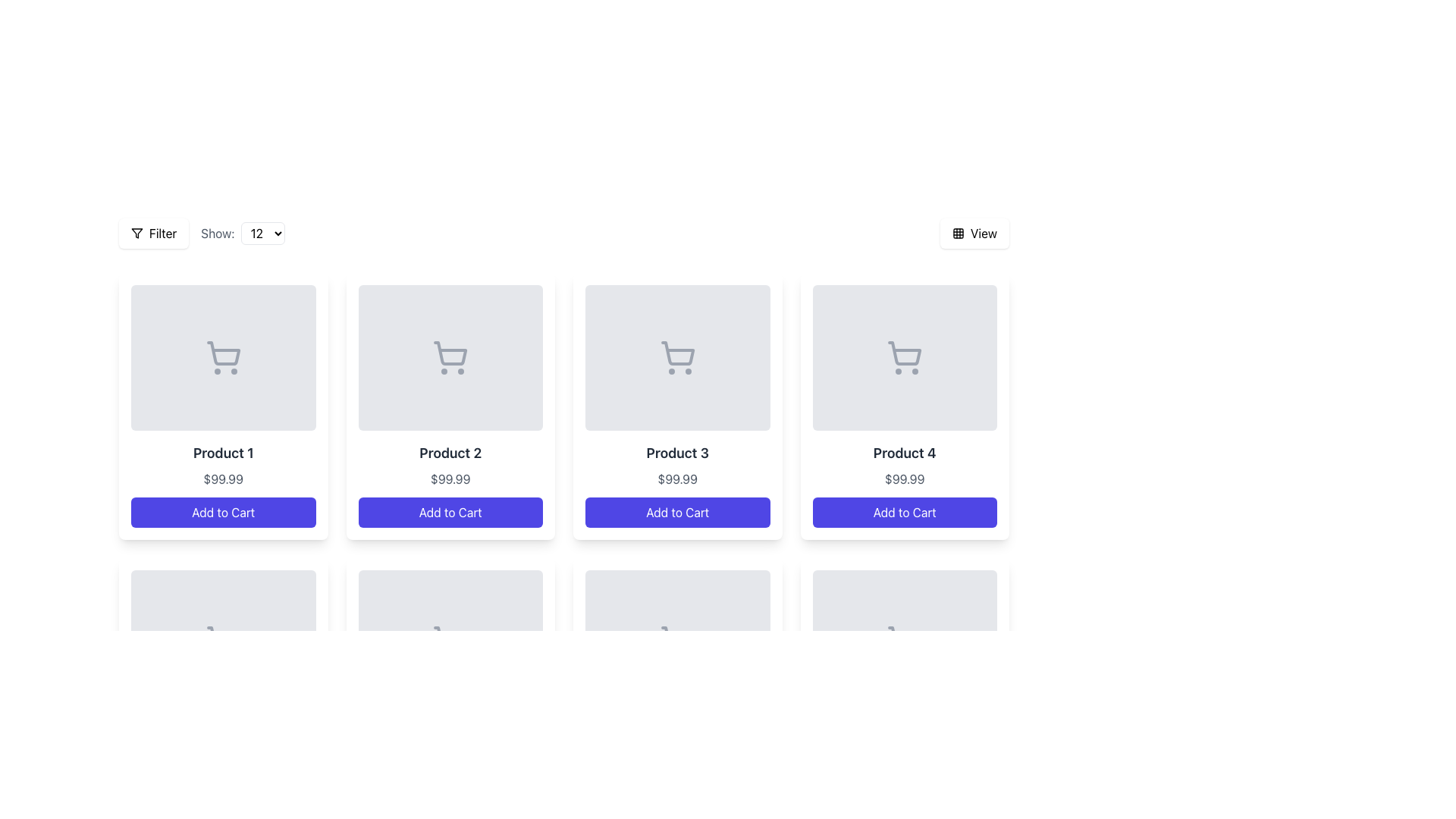 This screenshot has height=819, width=1456. I want to click on text displayed in the price element showing '$99.99' located in the fourth product card, positioned below 'Product 4' and above 'Add to Cart', so click(905, 479).